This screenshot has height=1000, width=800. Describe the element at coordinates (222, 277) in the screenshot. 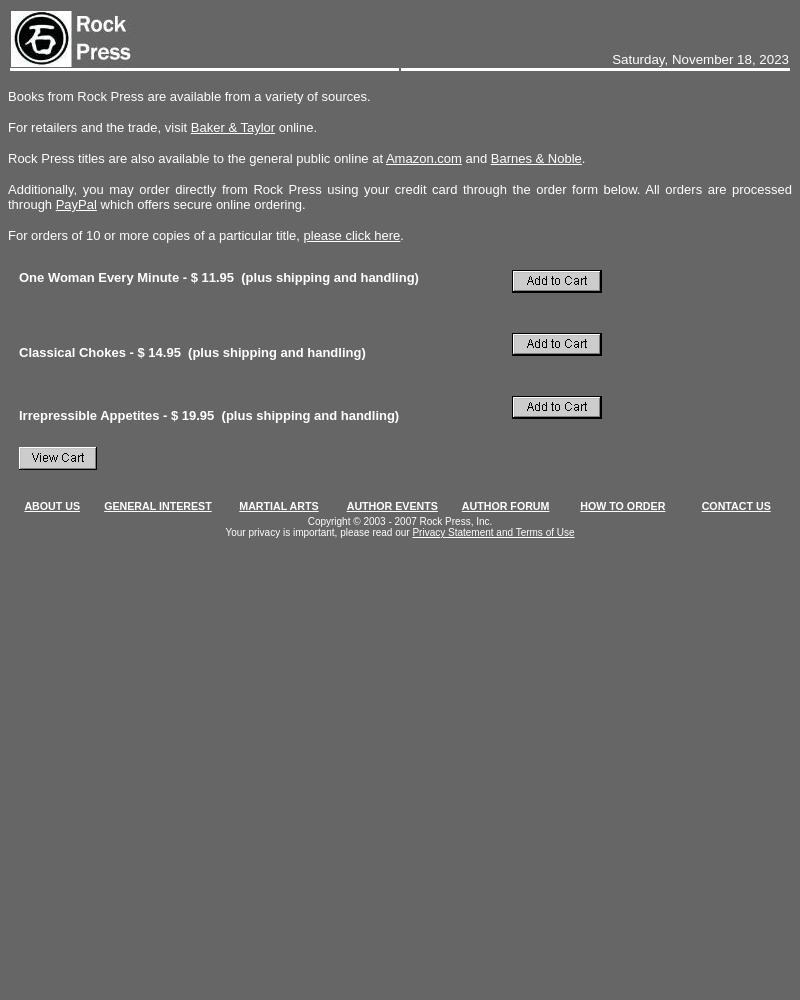

I see `'One
        Woman Every Minute - $ 11.95  (plus shipping and handling)'` at that location.